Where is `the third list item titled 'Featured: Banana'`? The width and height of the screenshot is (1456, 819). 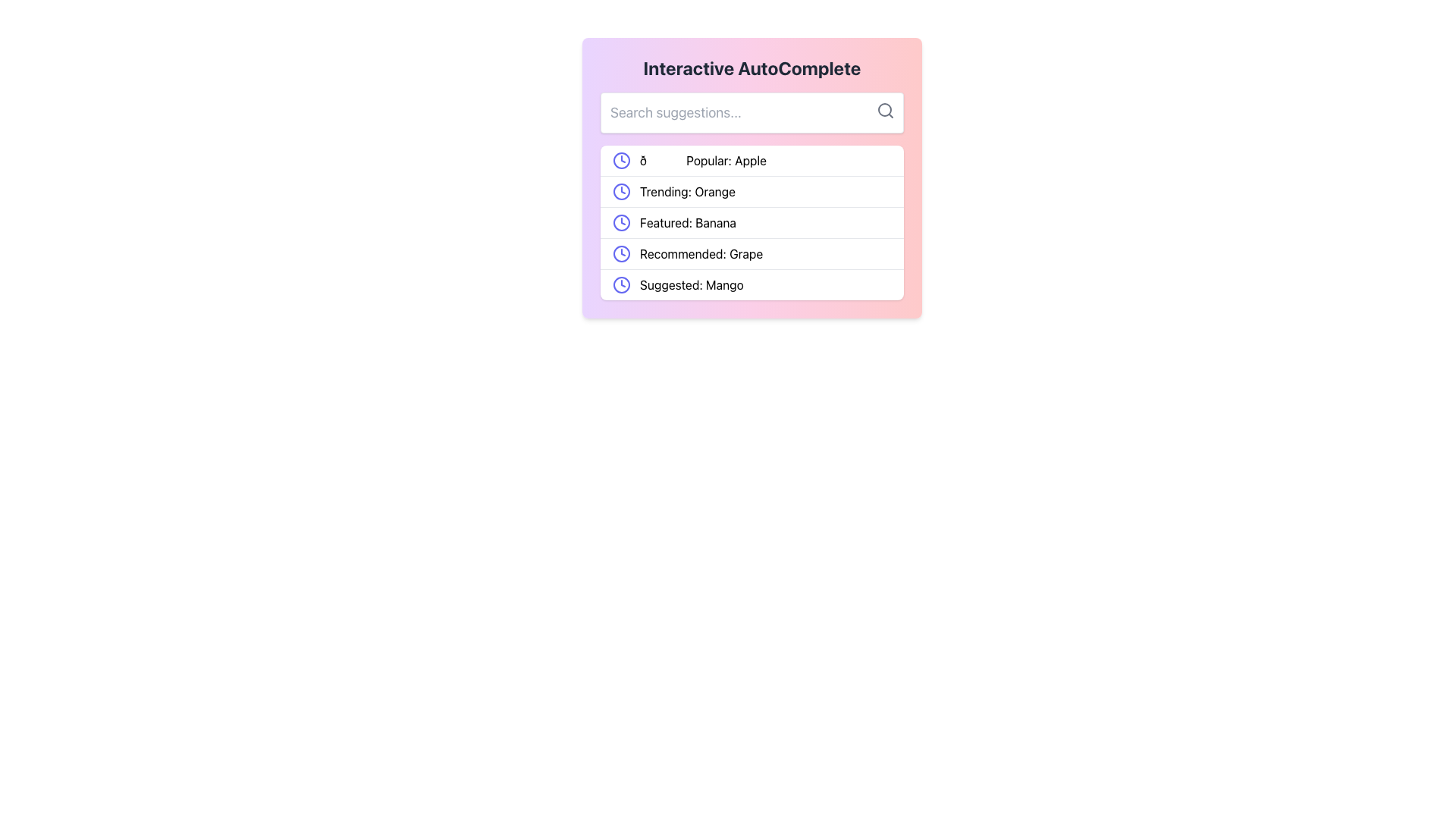
the third list item titled 'Featured: Banana' is located at coordinates (752, 222).